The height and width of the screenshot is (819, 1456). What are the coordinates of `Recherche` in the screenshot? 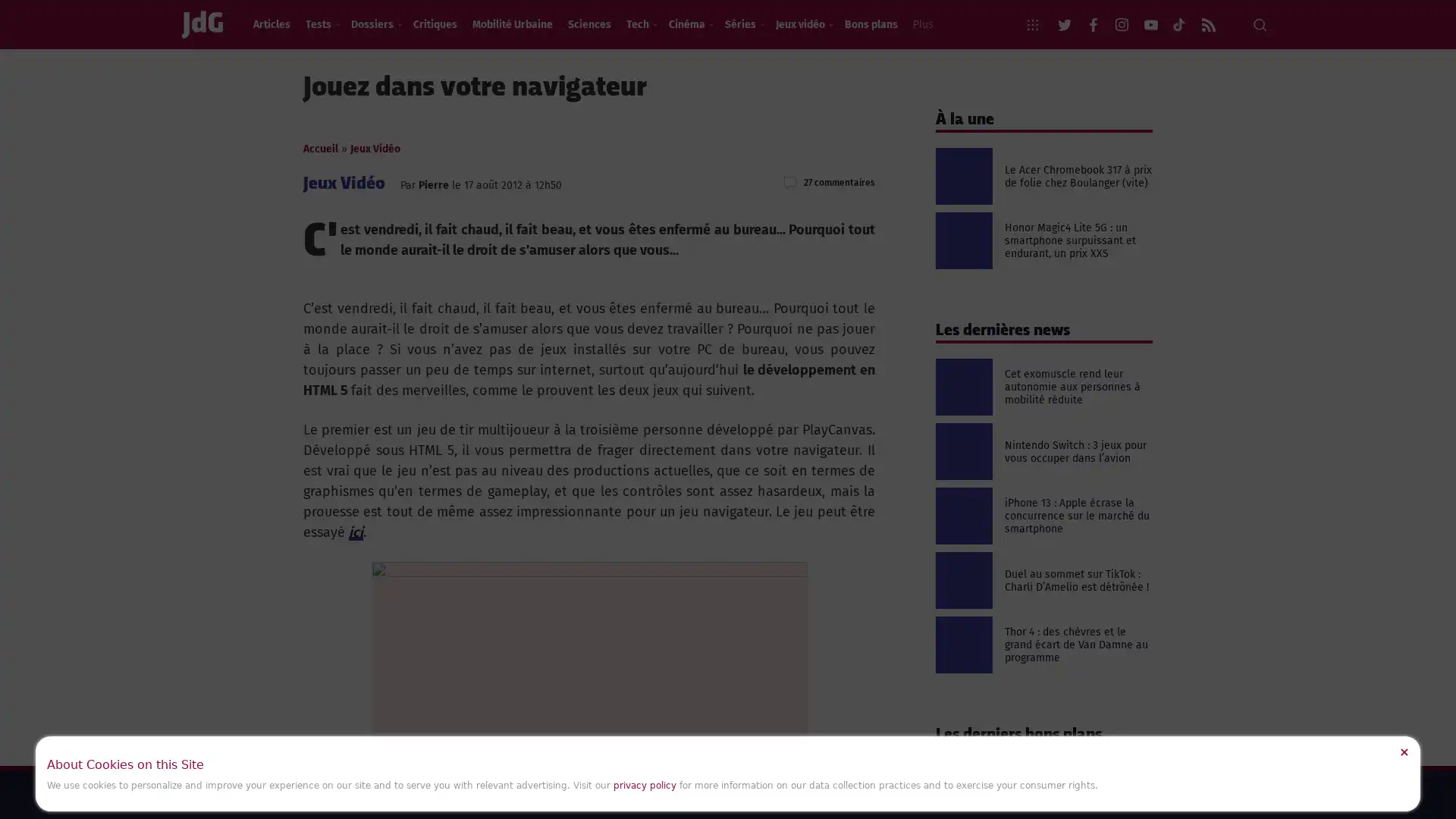 It's located at (1260, 24).